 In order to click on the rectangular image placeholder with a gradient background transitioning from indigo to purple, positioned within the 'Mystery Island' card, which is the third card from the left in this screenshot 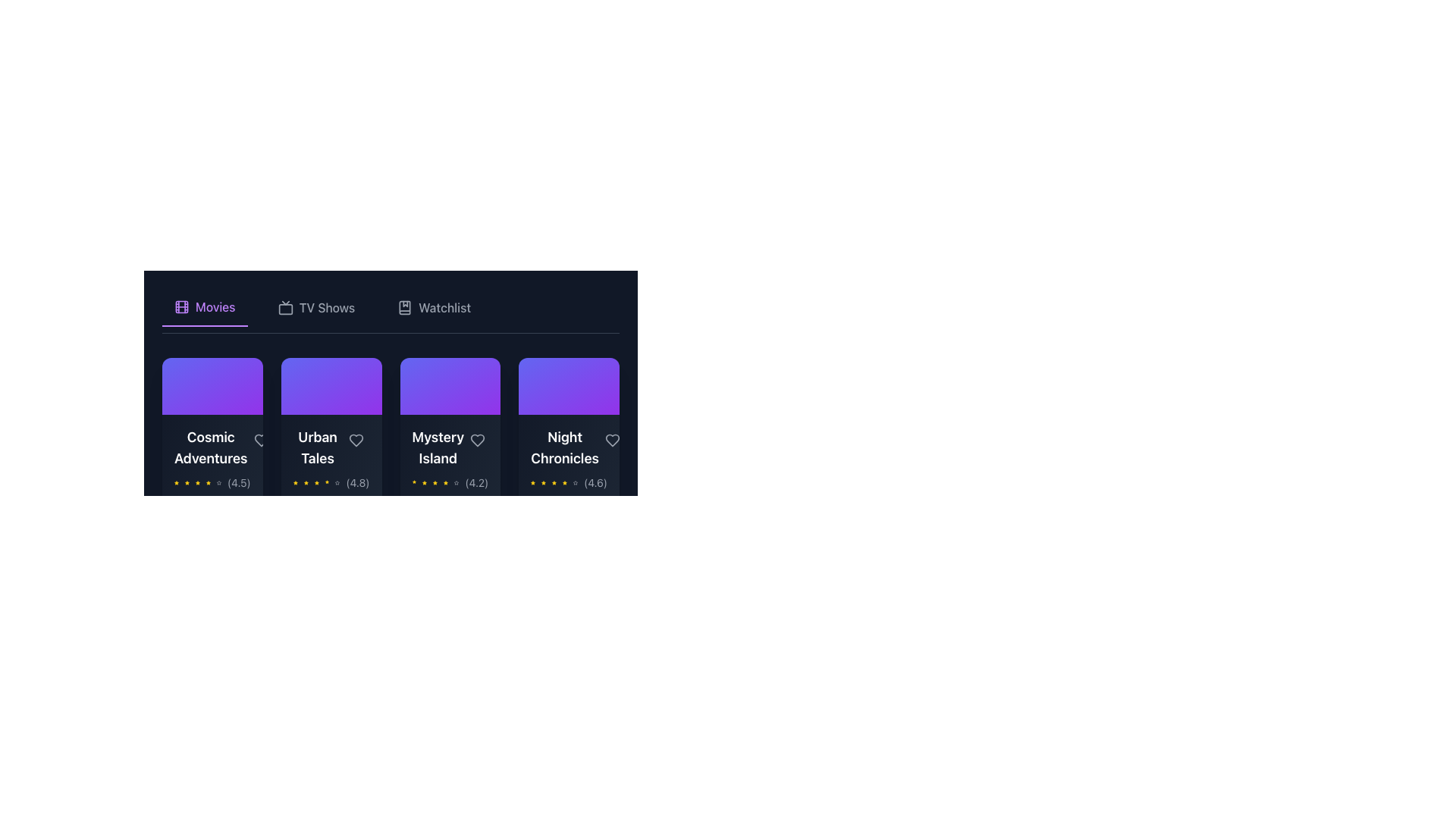, I will do `click(449, 385)`.